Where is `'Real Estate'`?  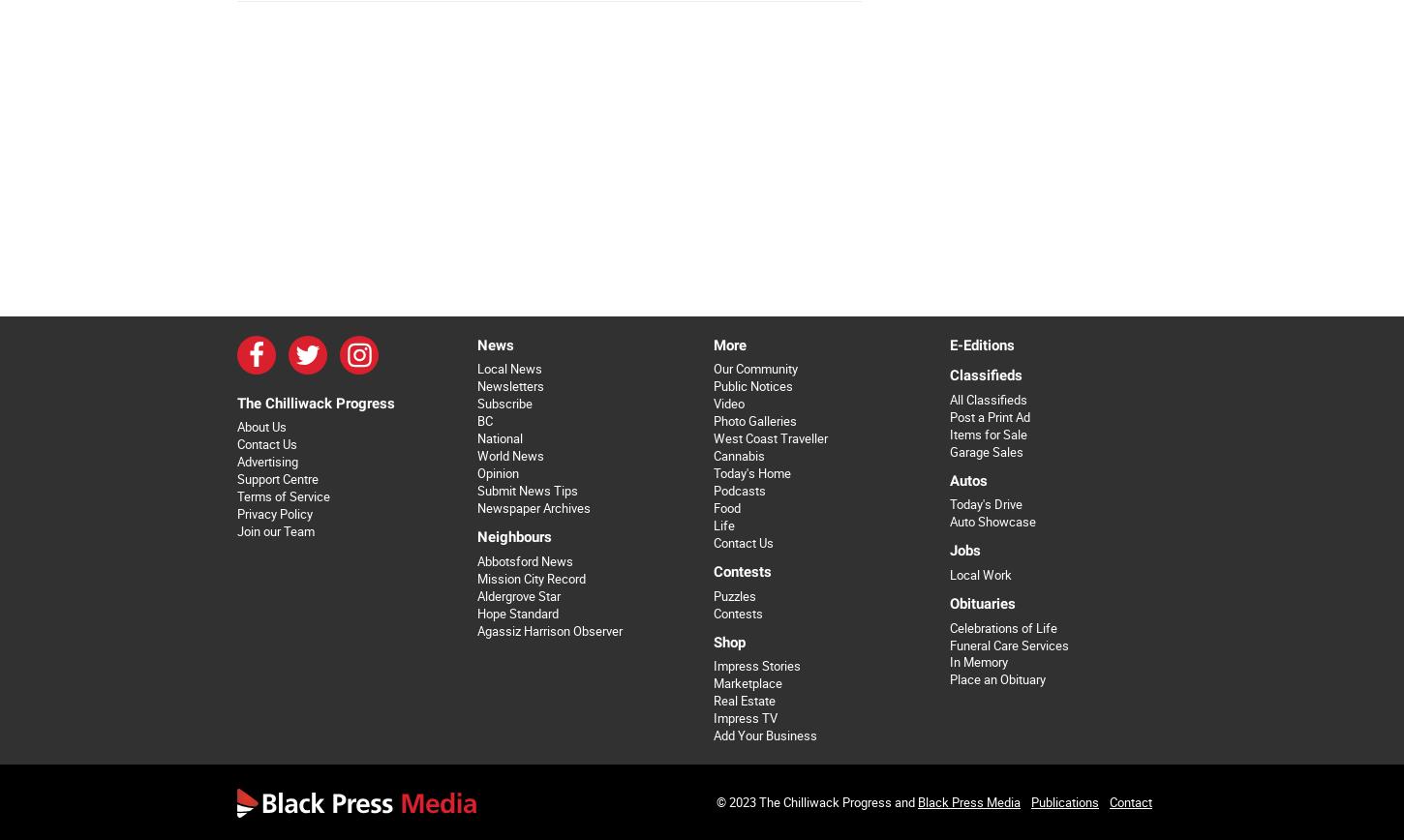 'Real Estate' is located at coordinates (713, 701).